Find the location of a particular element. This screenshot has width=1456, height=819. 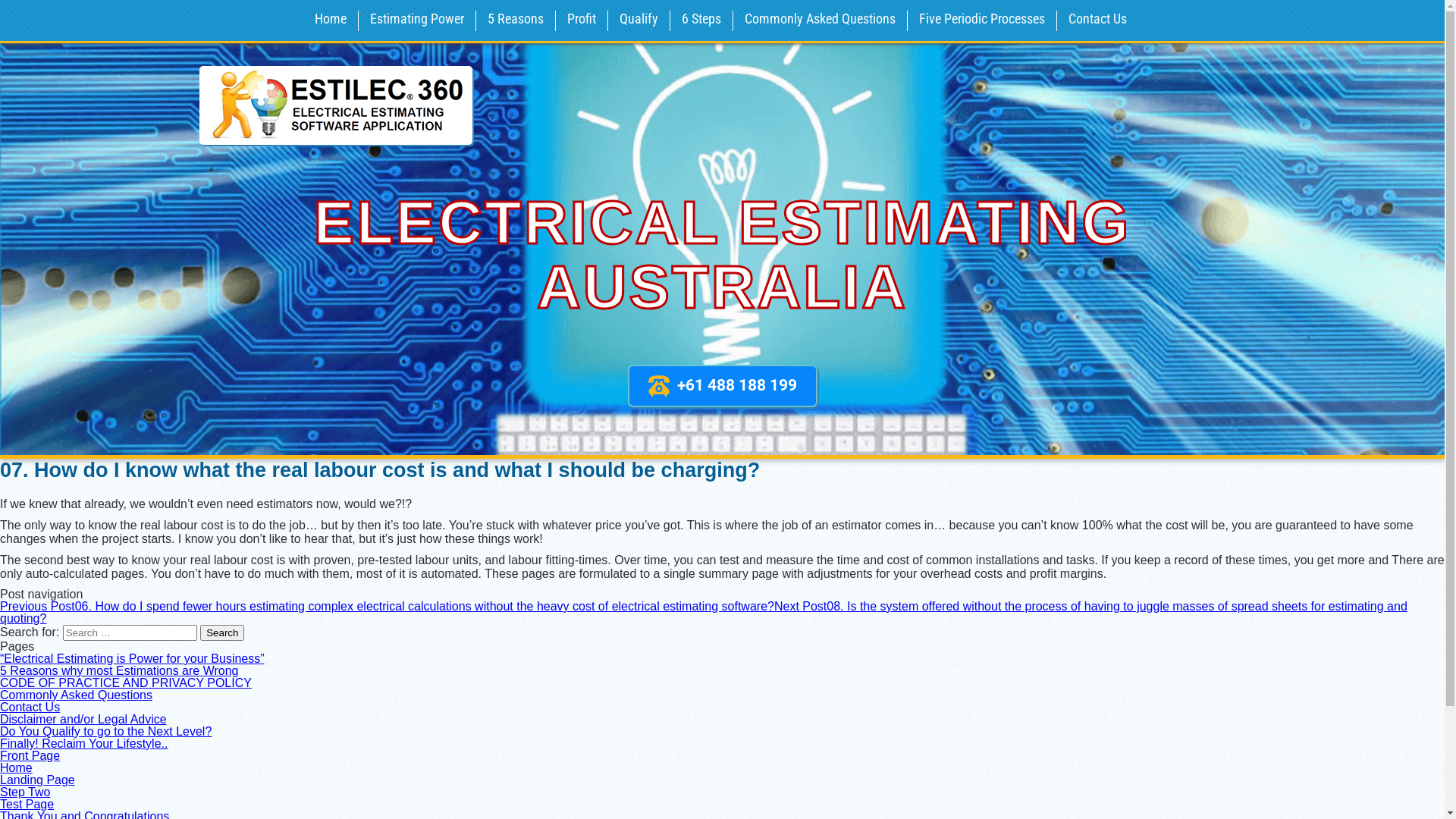

'Disclaimer and/or Legal Advice' is located at coordinates (83, 718).